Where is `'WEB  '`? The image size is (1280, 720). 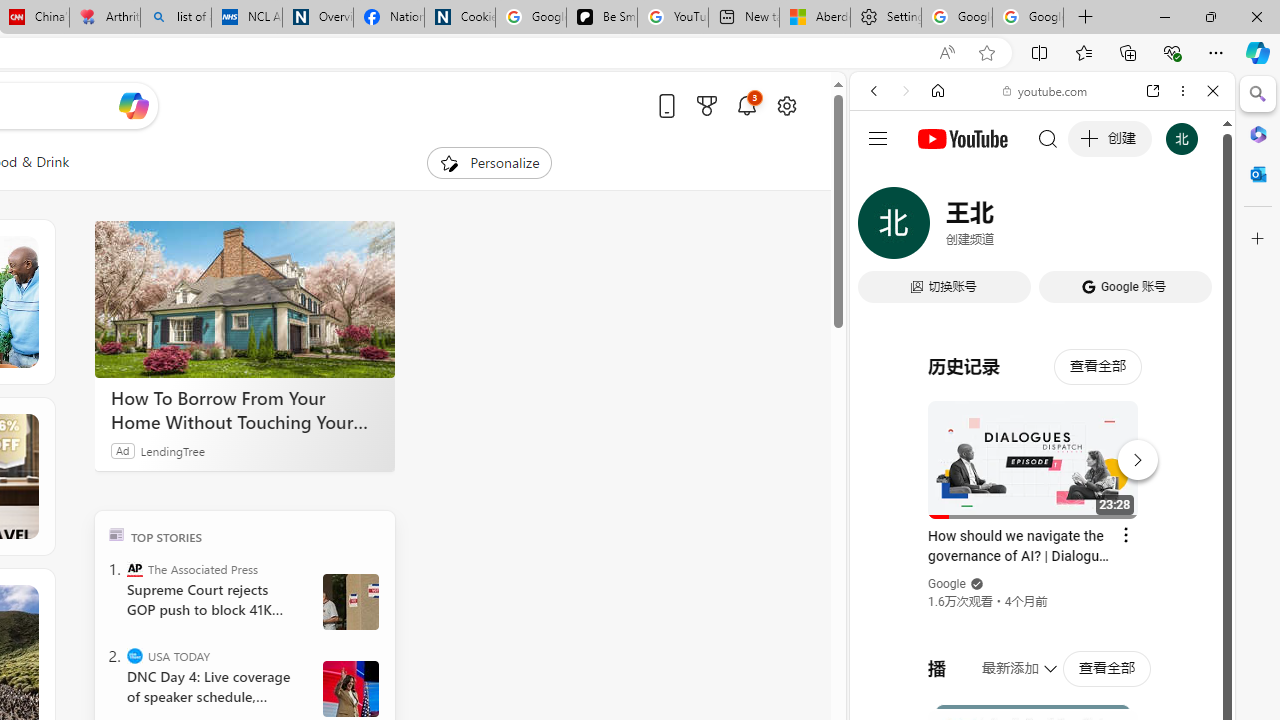
'WEB  ' is located at coordinates (881, 227).